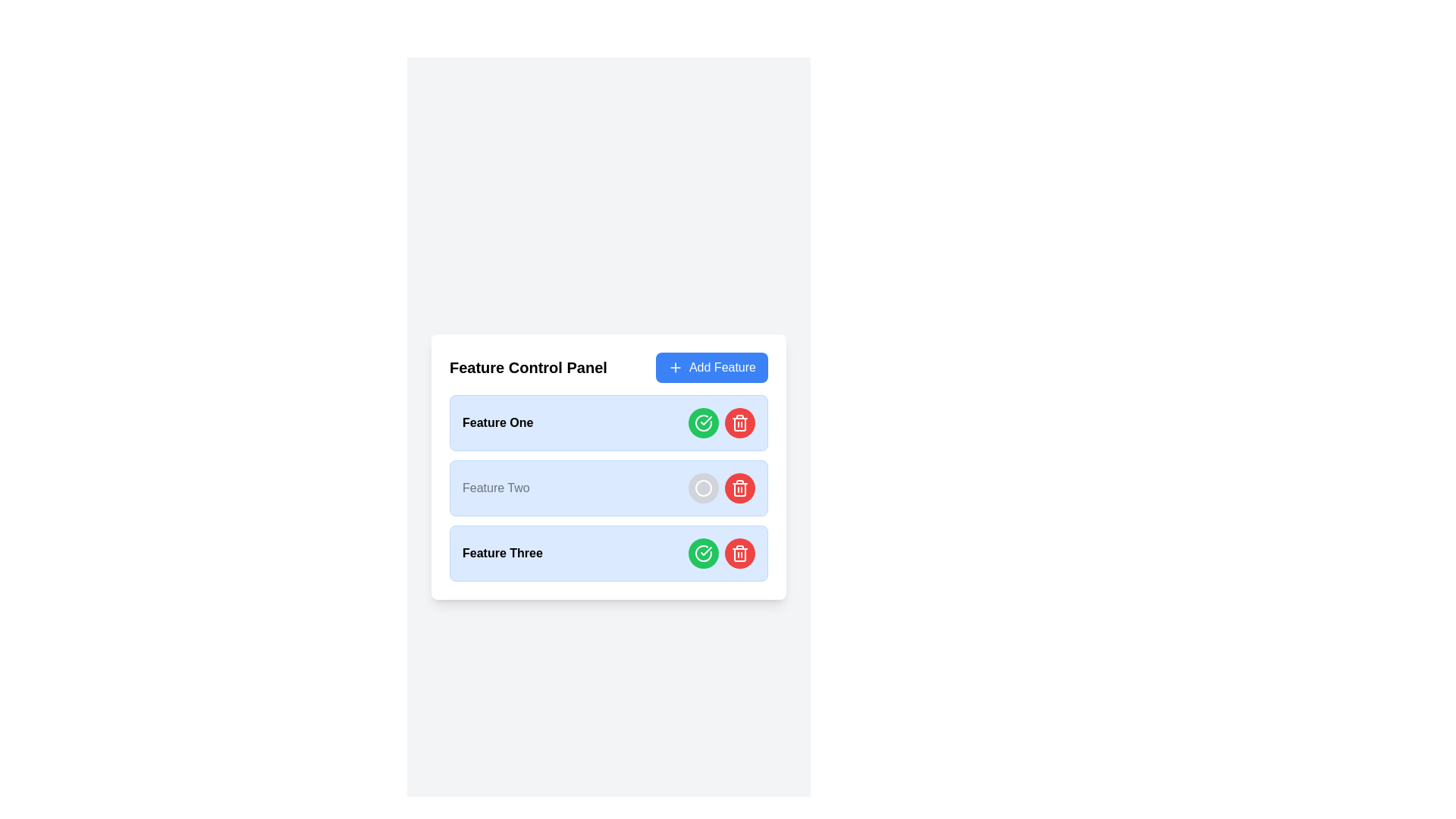 This screenshot has height=819, width=1456. What do you see at coordinates (702, 423) in the screenshot?
I see `the status represented by the icon indicating the completed or activated state of 'Feature Three', located in the third row of the control panel layout, next to a red circular button` at bounding box center [702, 423].